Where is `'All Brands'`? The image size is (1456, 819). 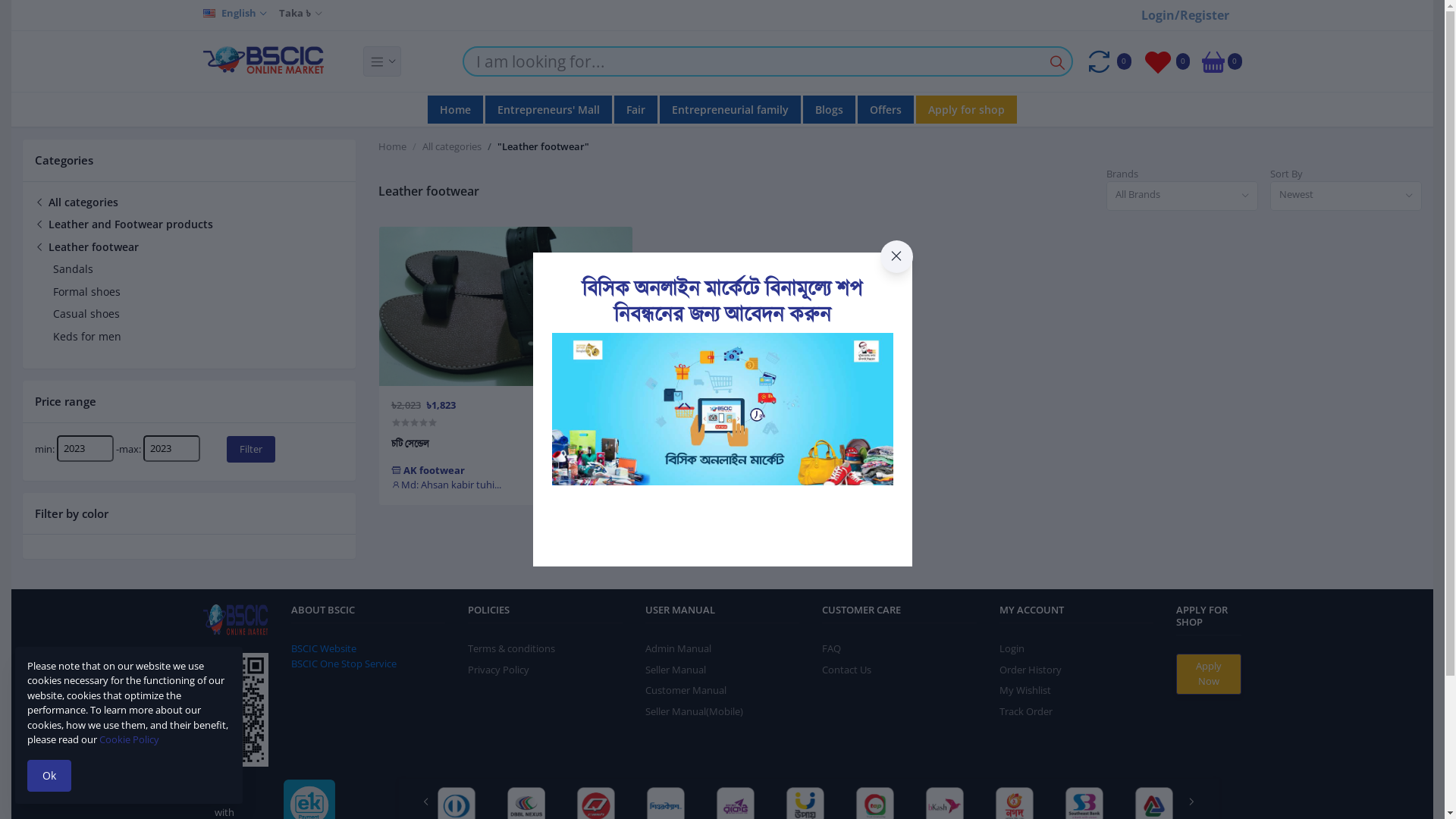
'All Brands' is located at coordinates (1181, 195).